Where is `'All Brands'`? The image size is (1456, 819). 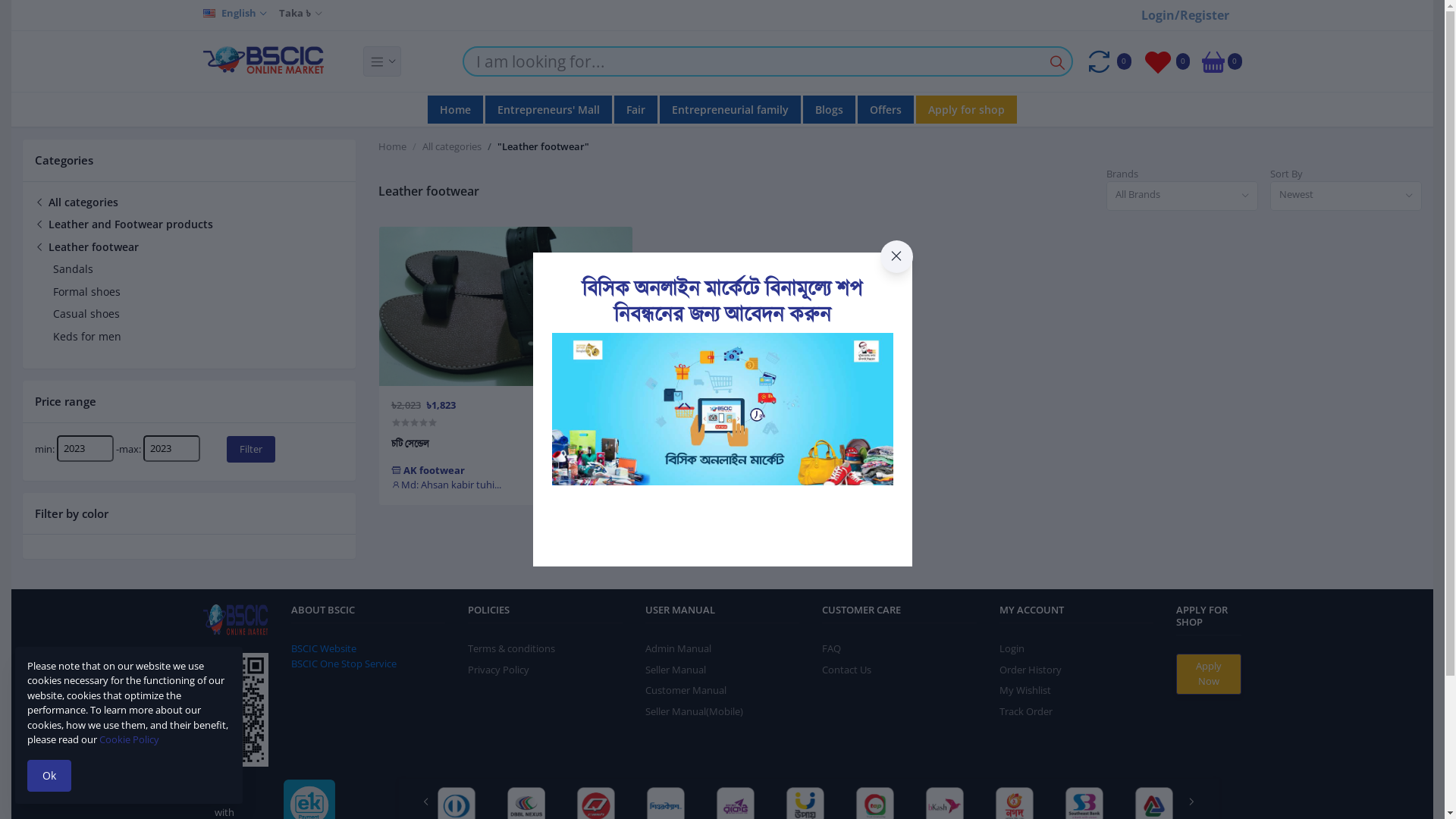
'All Brands' is located at coordinates (1181, 195).